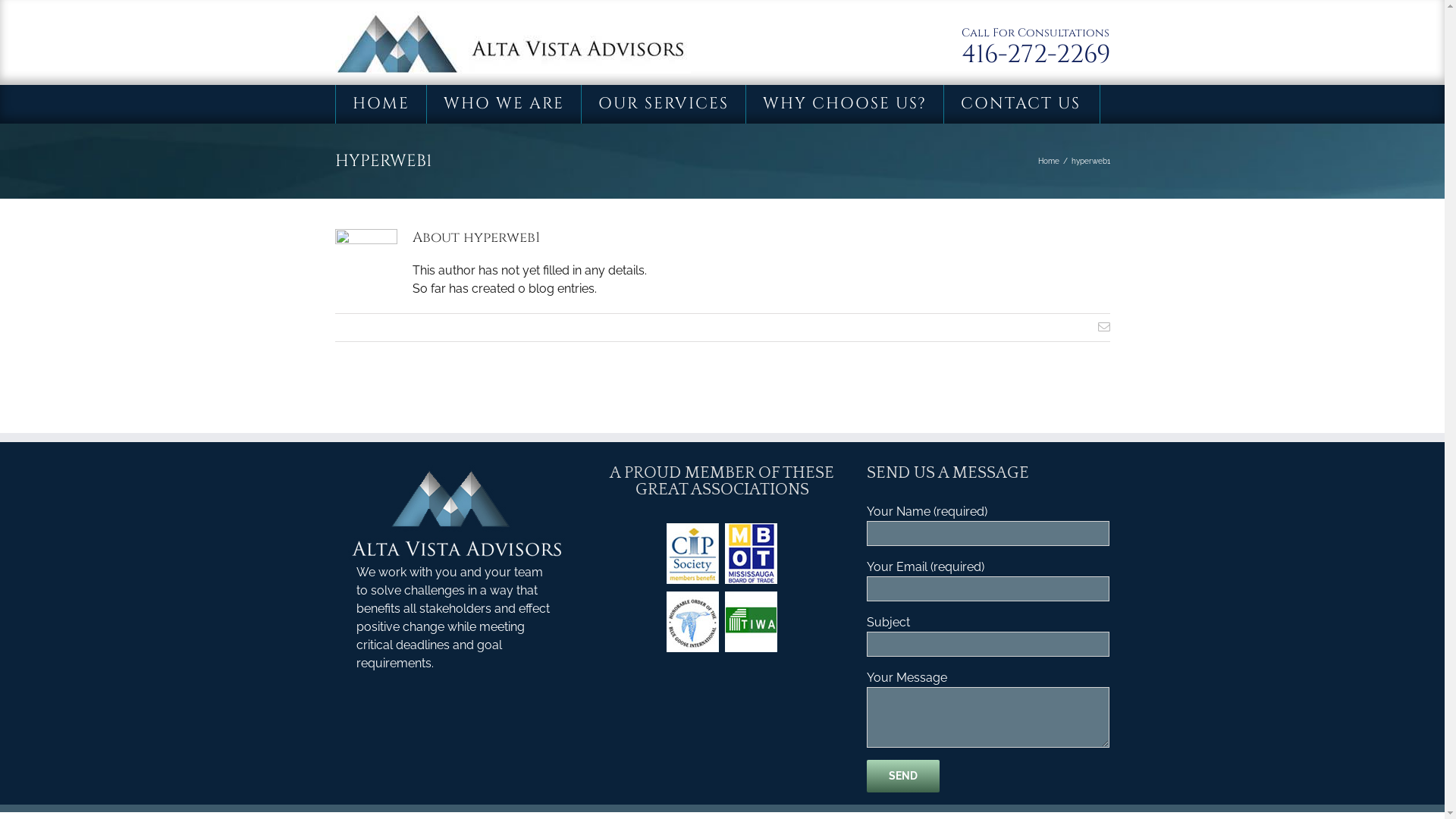 This screenshot has width=1456, height=819. I want to click on 'HOME', so click(380, 103).